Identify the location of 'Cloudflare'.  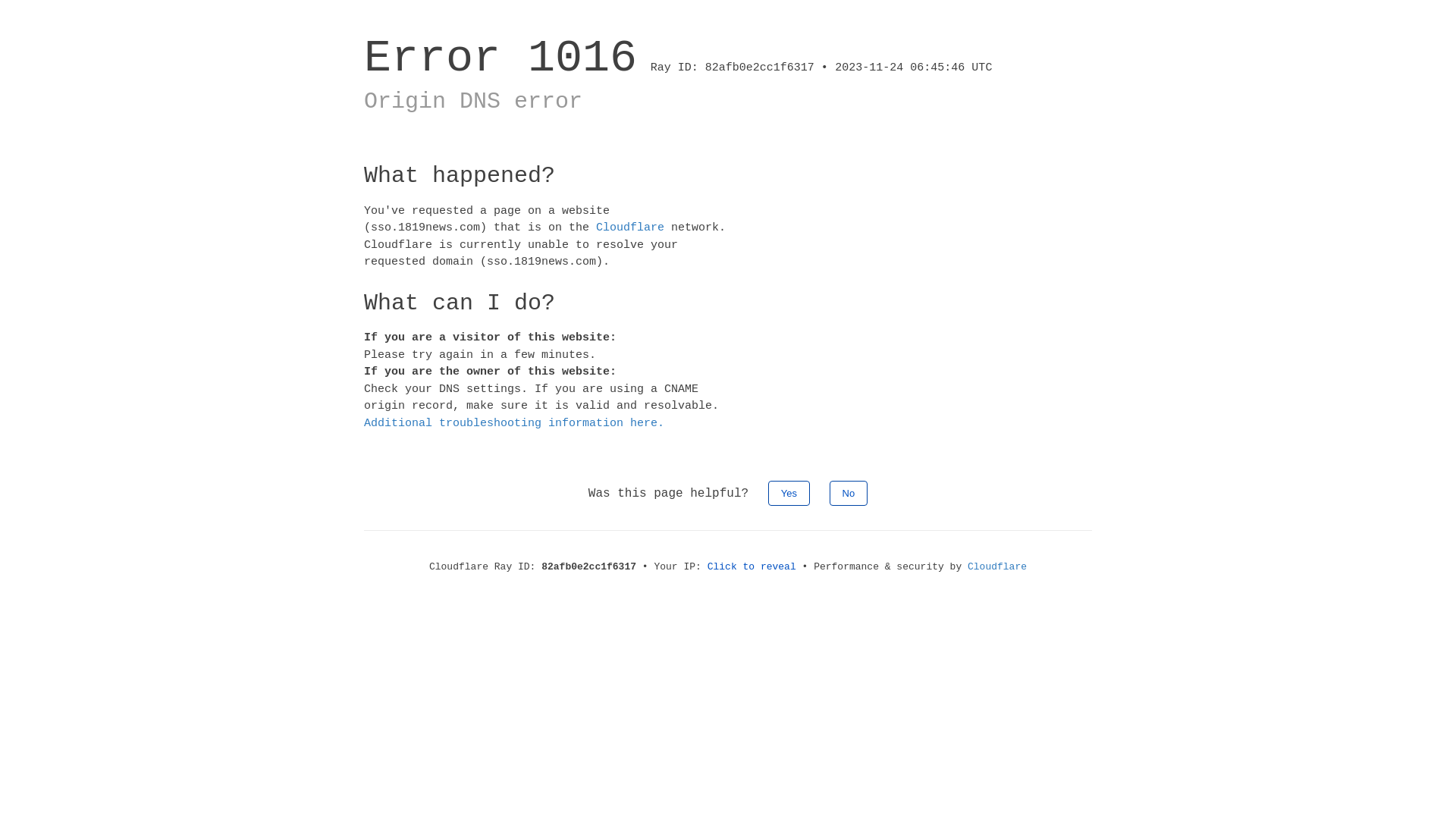
(629, 227).